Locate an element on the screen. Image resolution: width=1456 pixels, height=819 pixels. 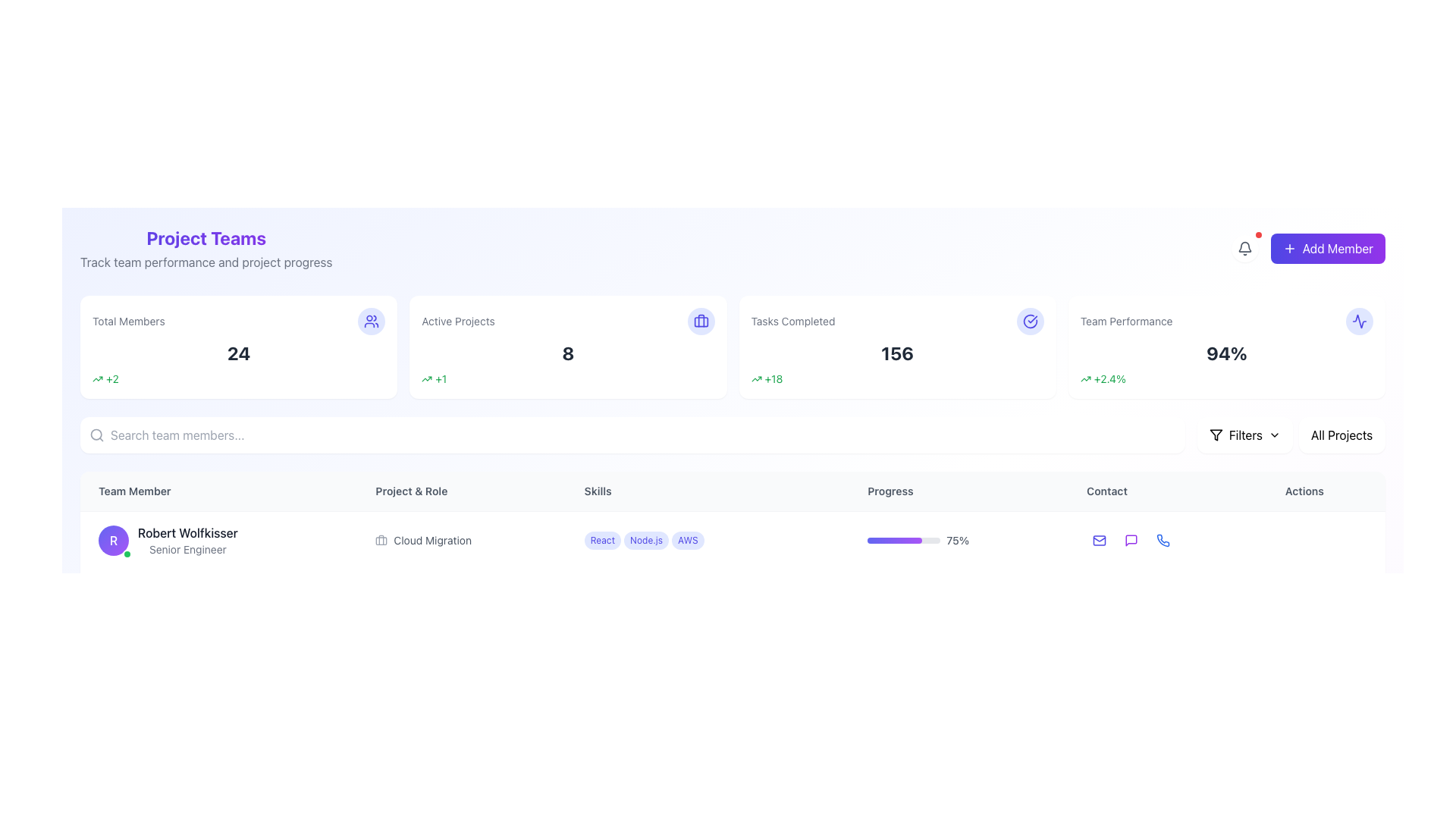
the circular avatar of 'Robert Wolfkisser' located on the left side of the row, which indicates his active status with a green dot is located at coordinates (112, 540).